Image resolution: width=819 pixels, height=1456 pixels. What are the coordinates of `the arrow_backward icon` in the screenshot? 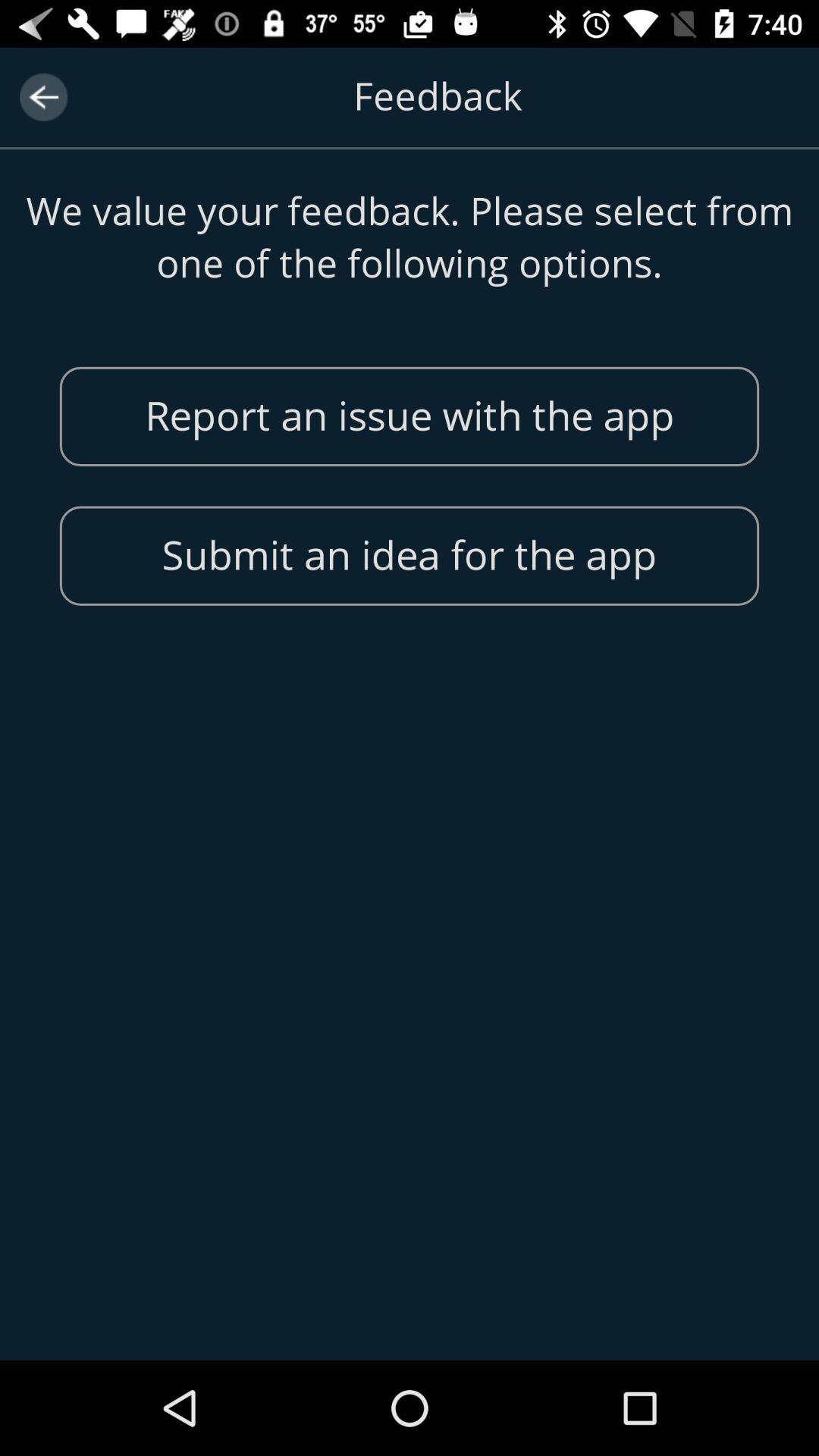 It's located at (42, 96).